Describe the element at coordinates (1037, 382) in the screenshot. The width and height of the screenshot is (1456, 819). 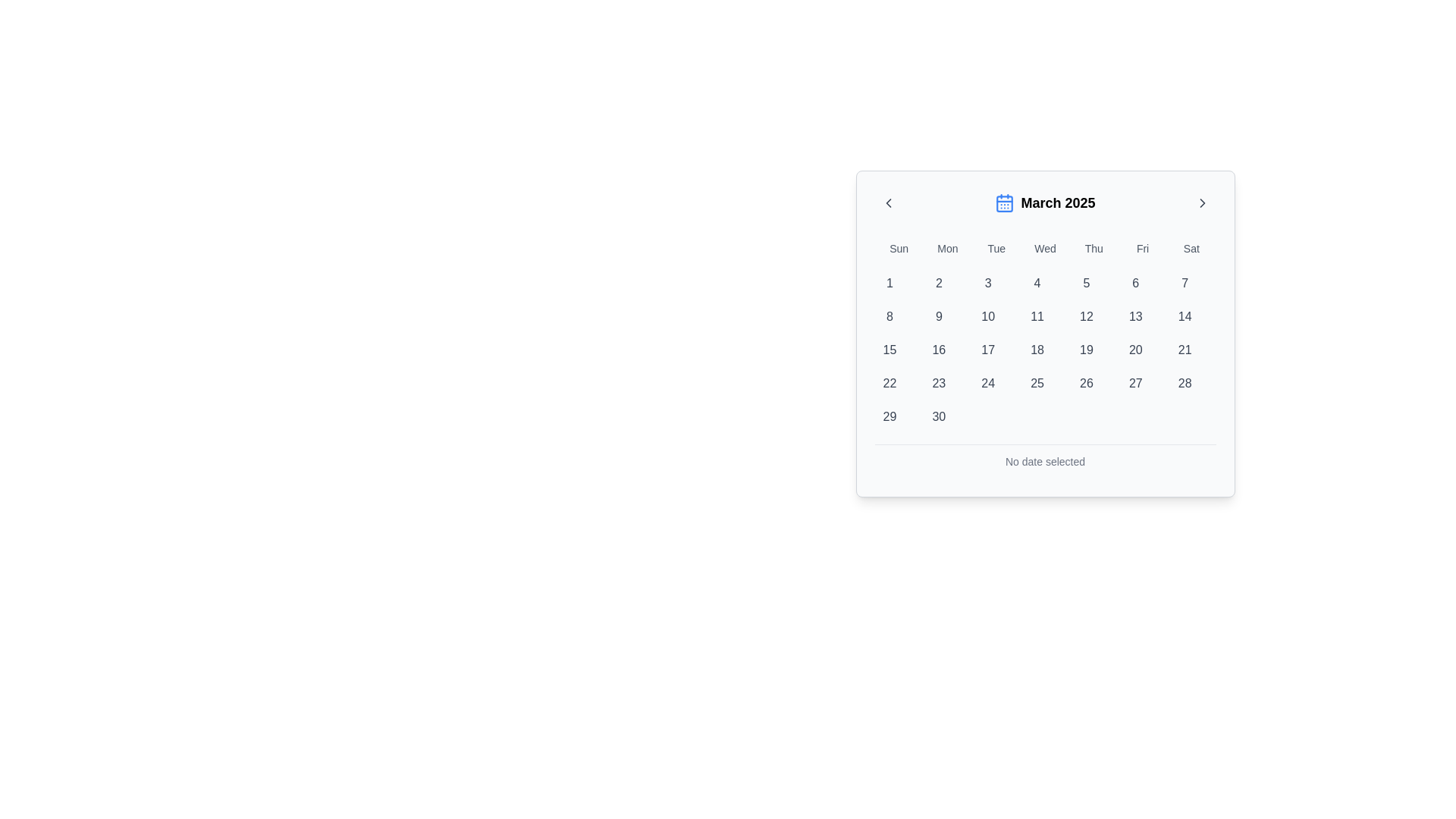
I see `the date picker button for the date '25'` at that location.